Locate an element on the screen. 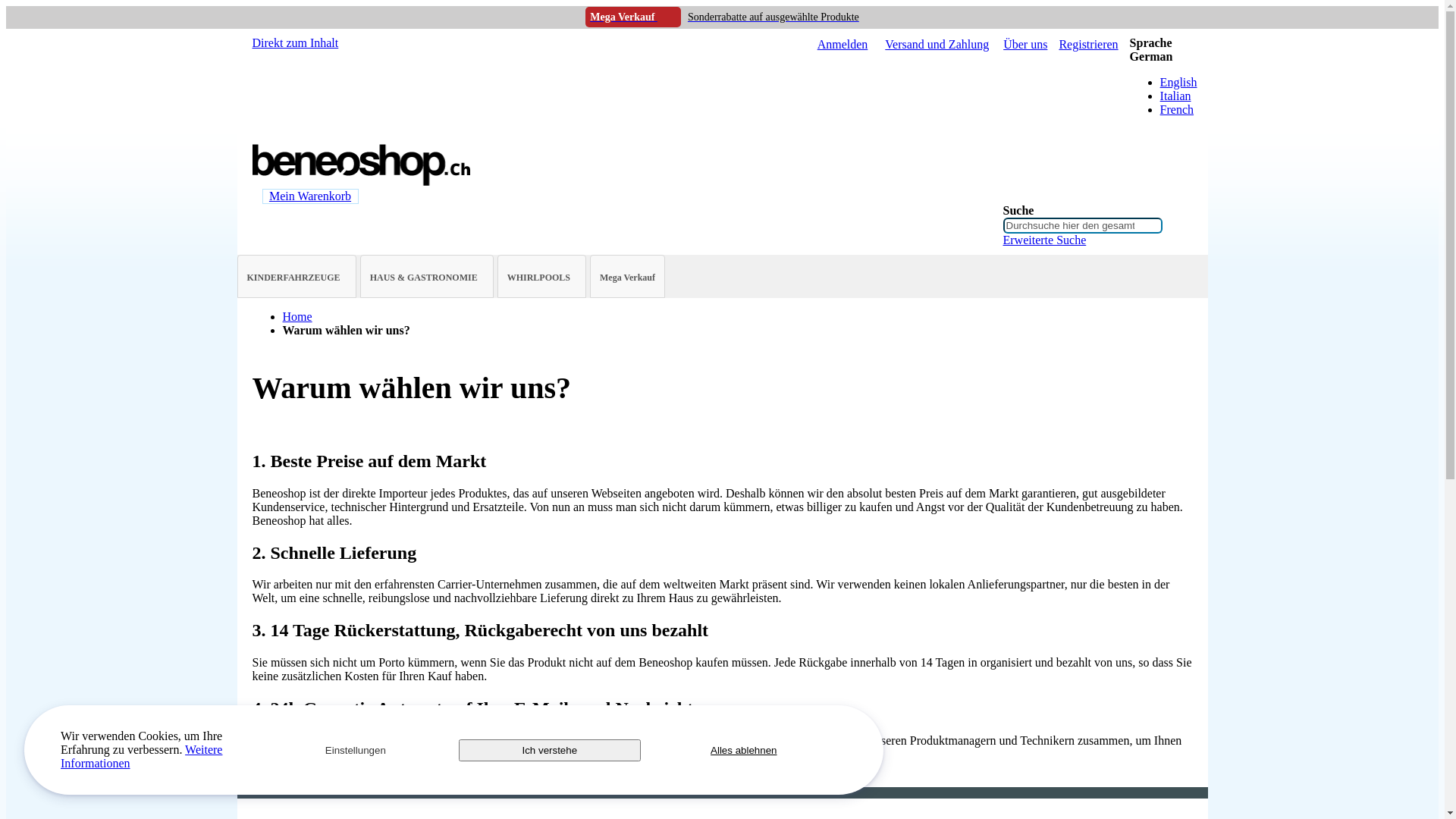 This screenshot has height=819, width=1456. 'KINDERFAHRZEUGE' is located at coordinates (297, 278).